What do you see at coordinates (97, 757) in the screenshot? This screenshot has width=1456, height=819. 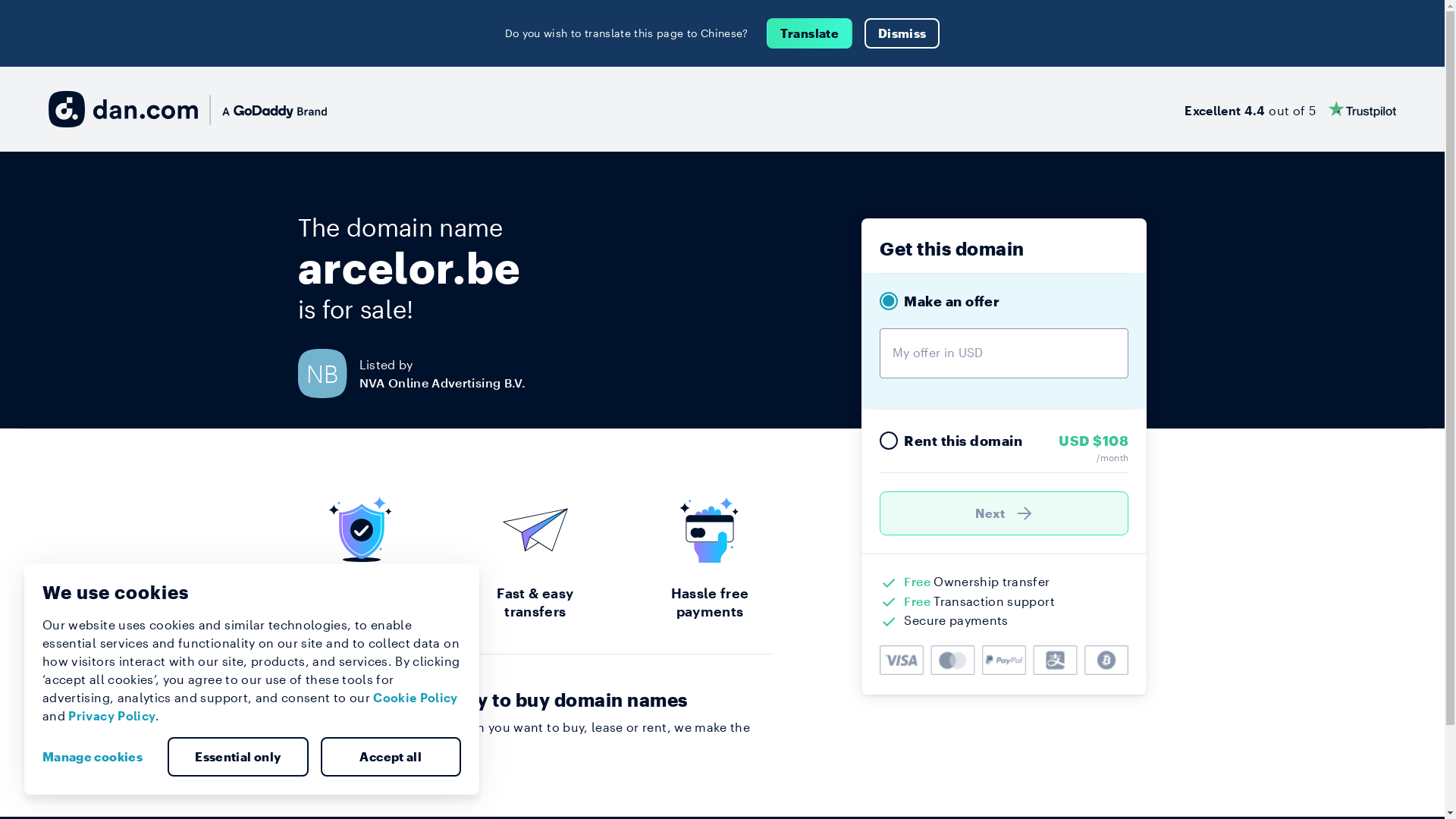 I see `'Manage cookies'` at bounding box center [97, 757].